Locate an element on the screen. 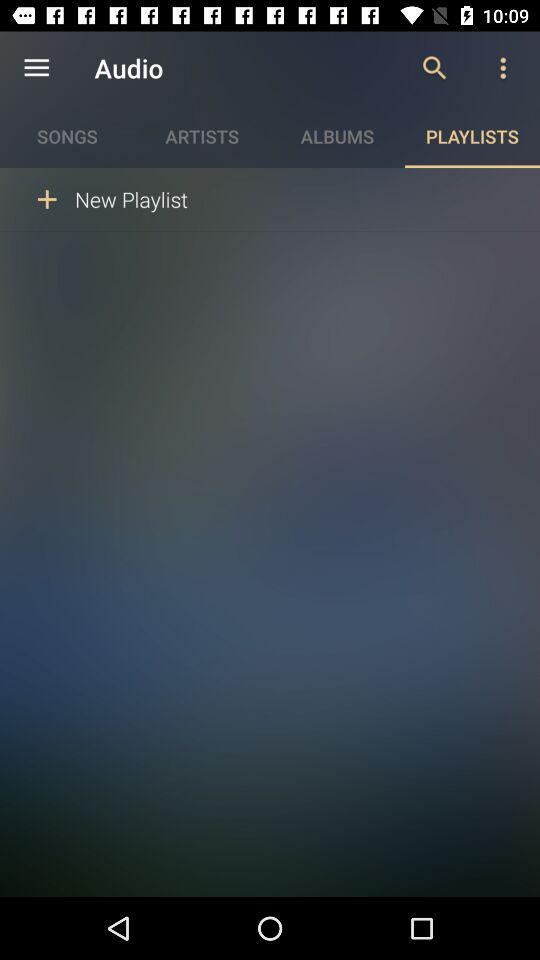 This screenshot has height=960, width=540. the item next to the audio icon is located at coordinates (36, 68).